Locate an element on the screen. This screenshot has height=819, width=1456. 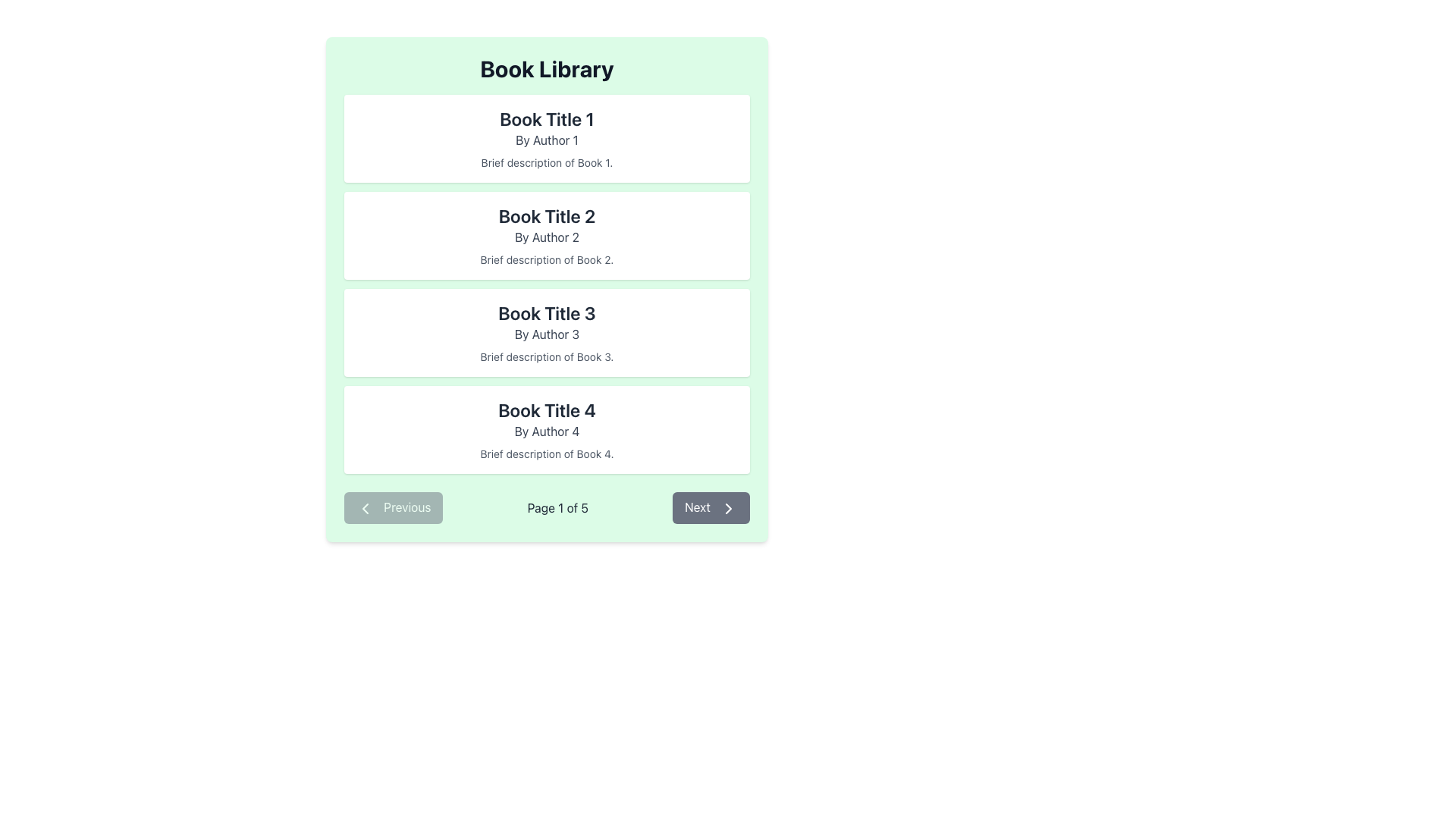
the static text element that provides a brief description related to 'Book 3', located below the author text 'By Author 3' is located at coordinates (546, 356).